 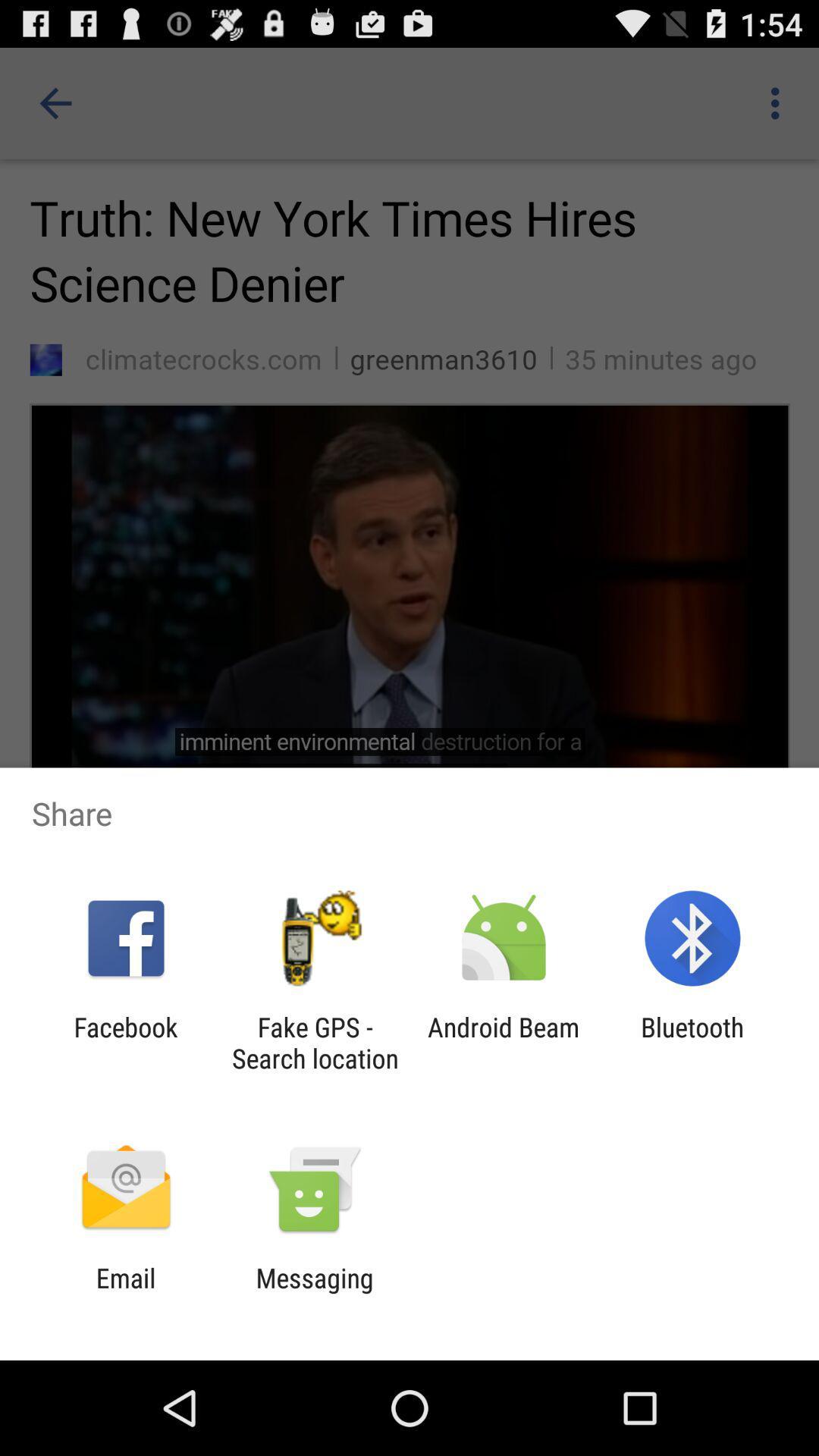 I want to click on the app next to messaging, so click(x=125, y=1293).